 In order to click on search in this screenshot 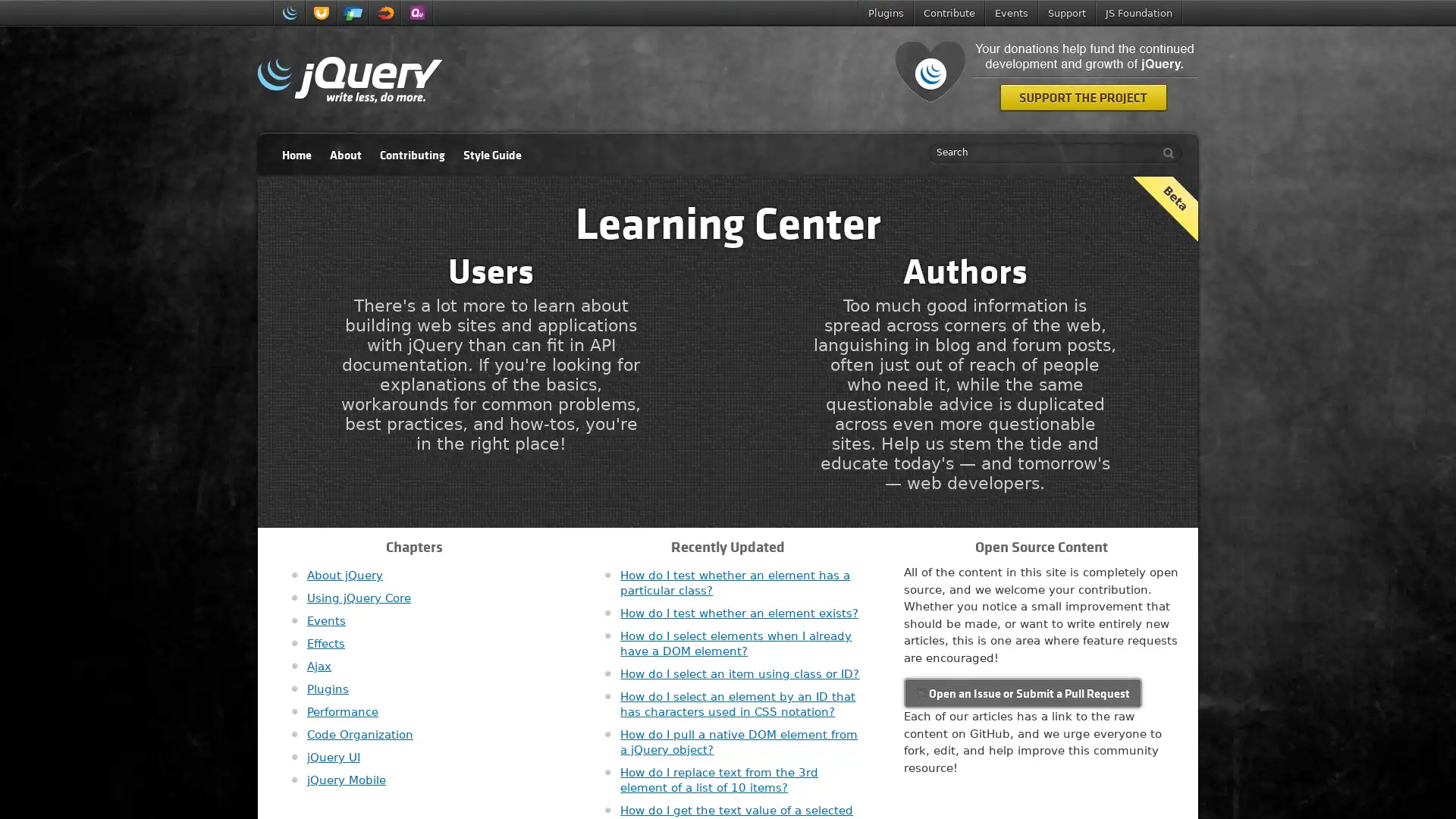, I will do `click(1164, 152)`.